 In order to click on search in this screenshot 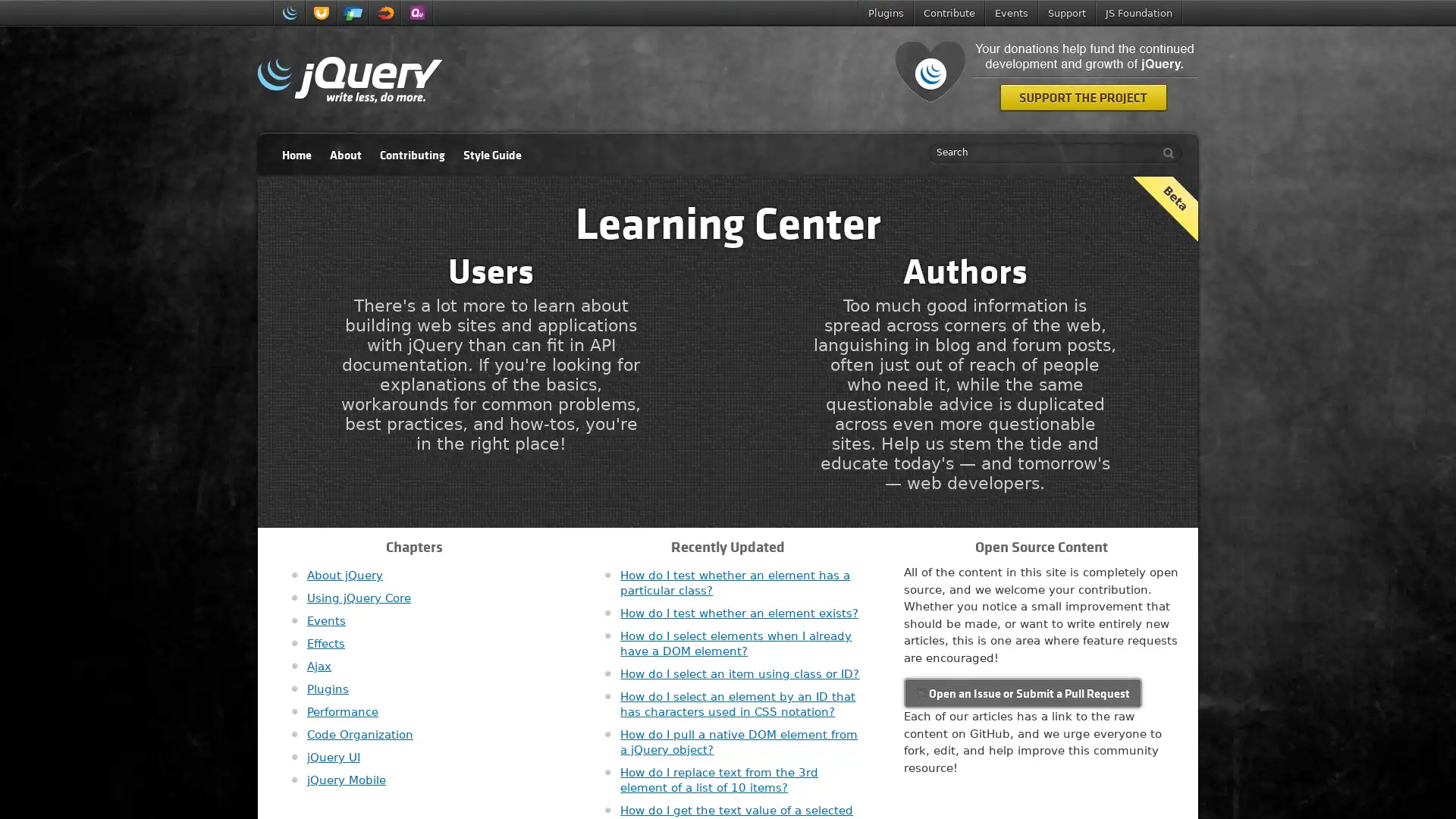, I will do `click(1164, 152)`.